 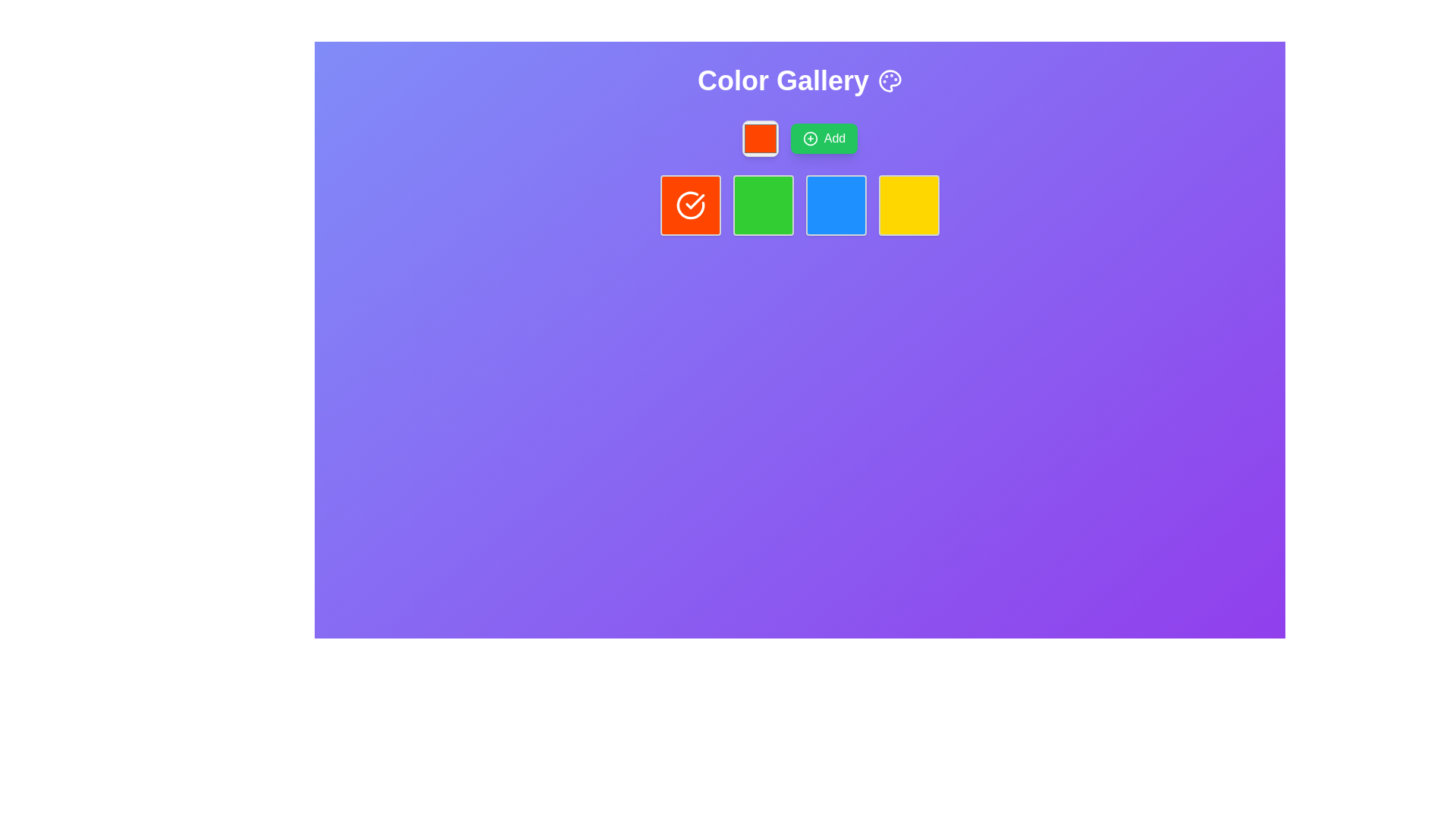 I want to click on the 'Add' button with a bright green background and white text, located in the 'Color Gallery' section, so click(x=823, y=138).